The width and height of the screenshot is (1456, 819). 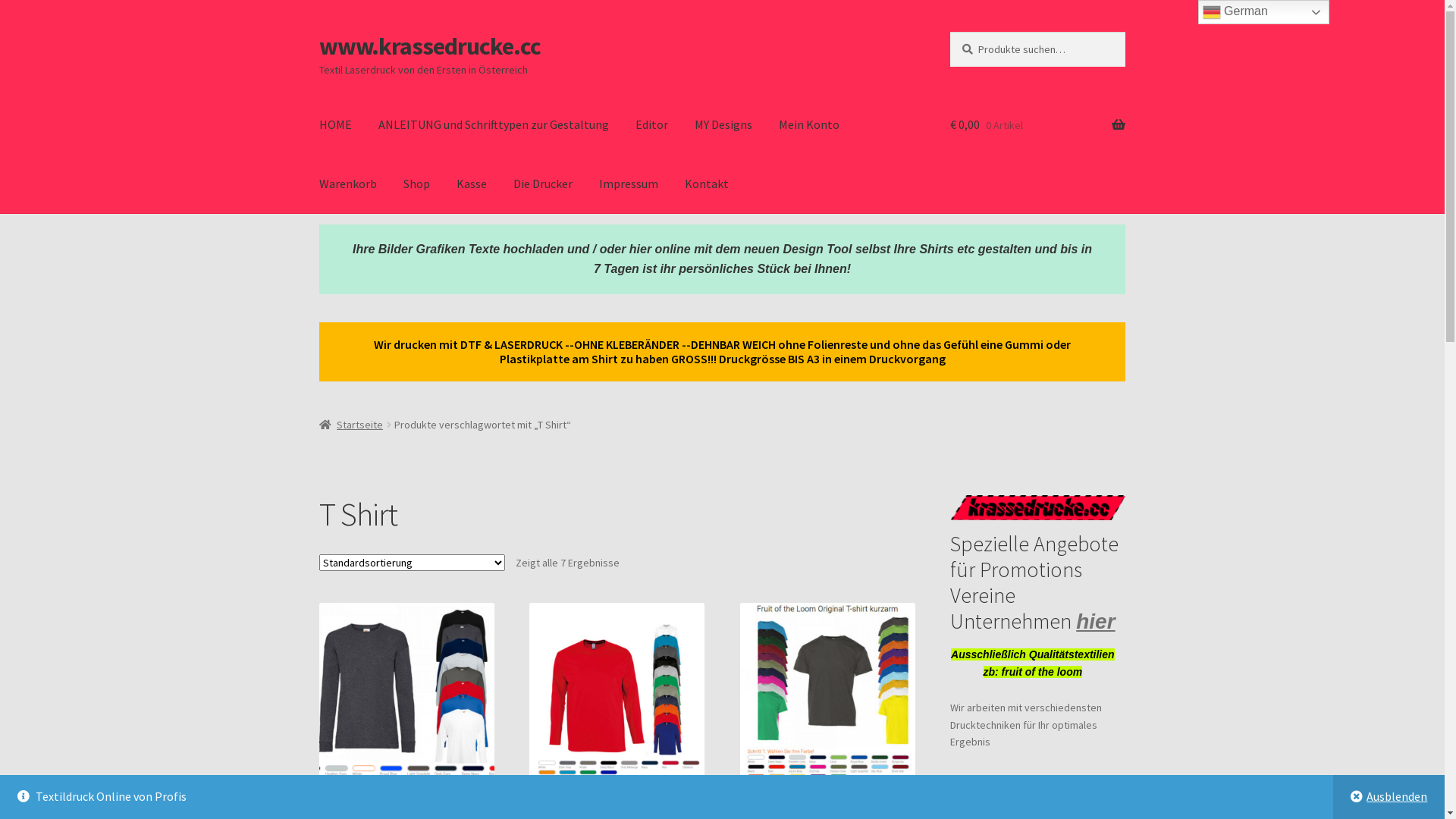 I want to click on 'www.krassedrucke.cc', so click(x=428, y=45).